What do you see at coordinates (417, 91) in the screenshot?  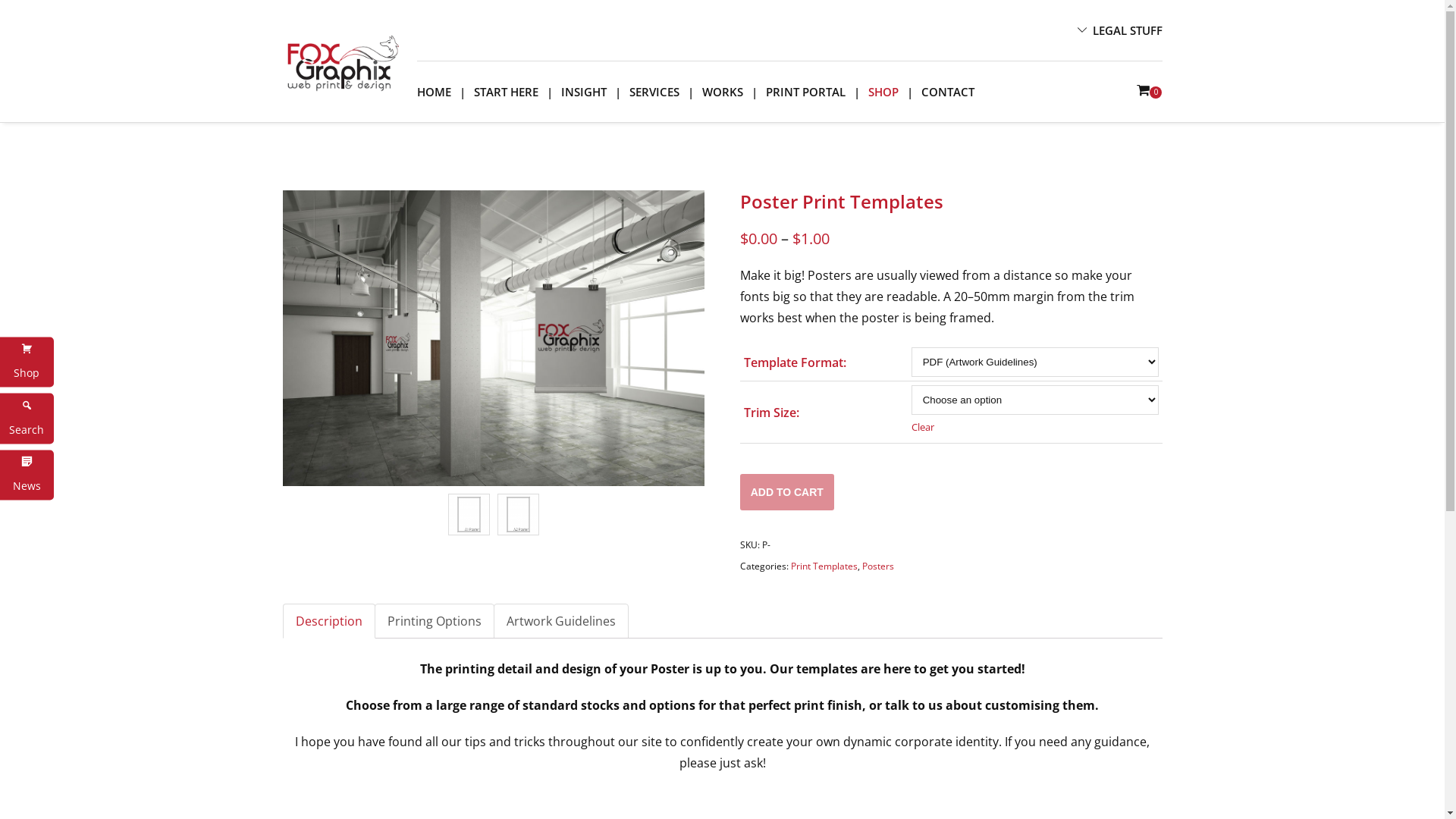 I see `'HOME'` at bounding box center [417, 91].